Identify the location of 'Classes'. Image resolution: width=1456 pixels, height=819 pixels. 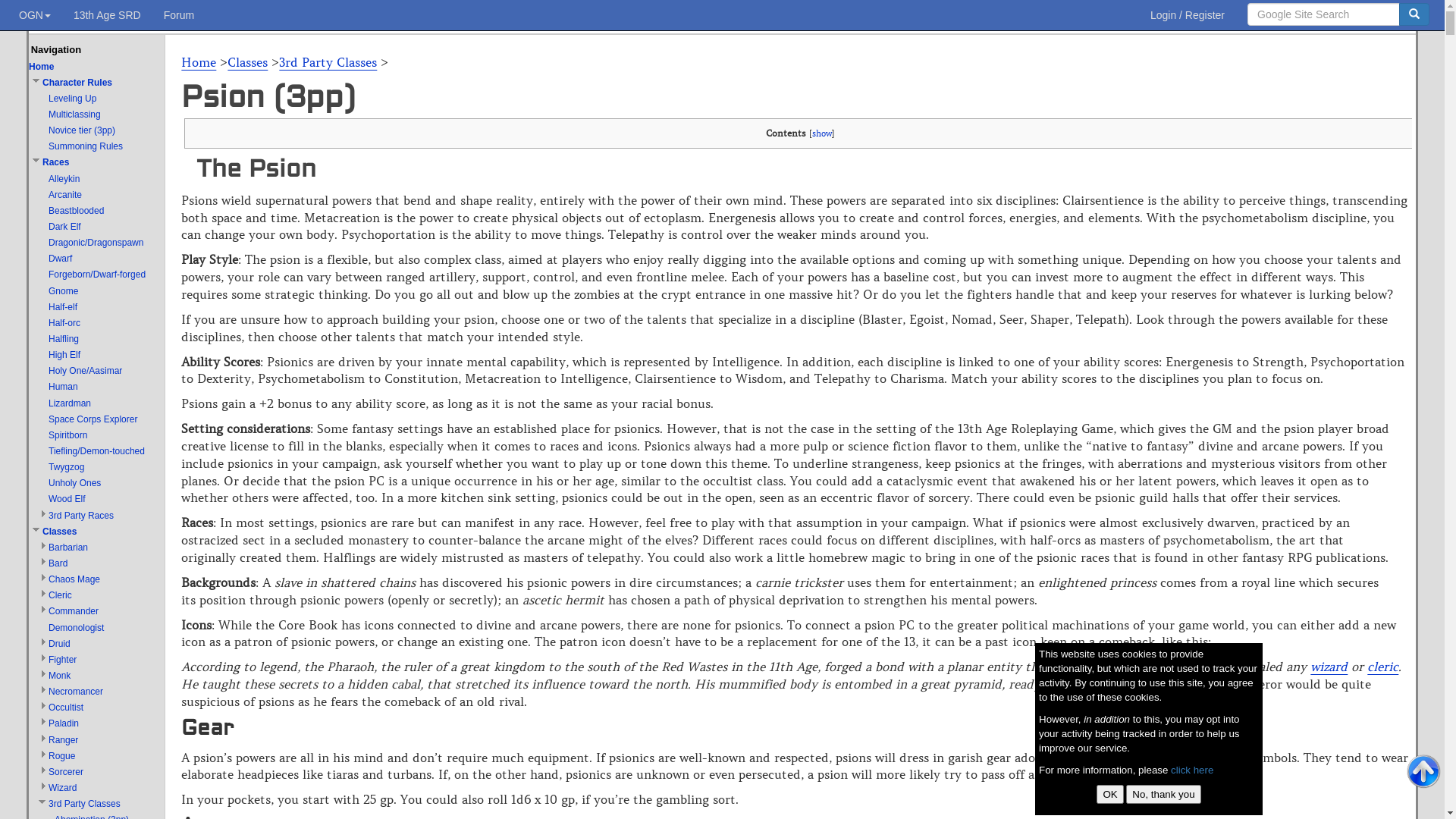
(247, 61).